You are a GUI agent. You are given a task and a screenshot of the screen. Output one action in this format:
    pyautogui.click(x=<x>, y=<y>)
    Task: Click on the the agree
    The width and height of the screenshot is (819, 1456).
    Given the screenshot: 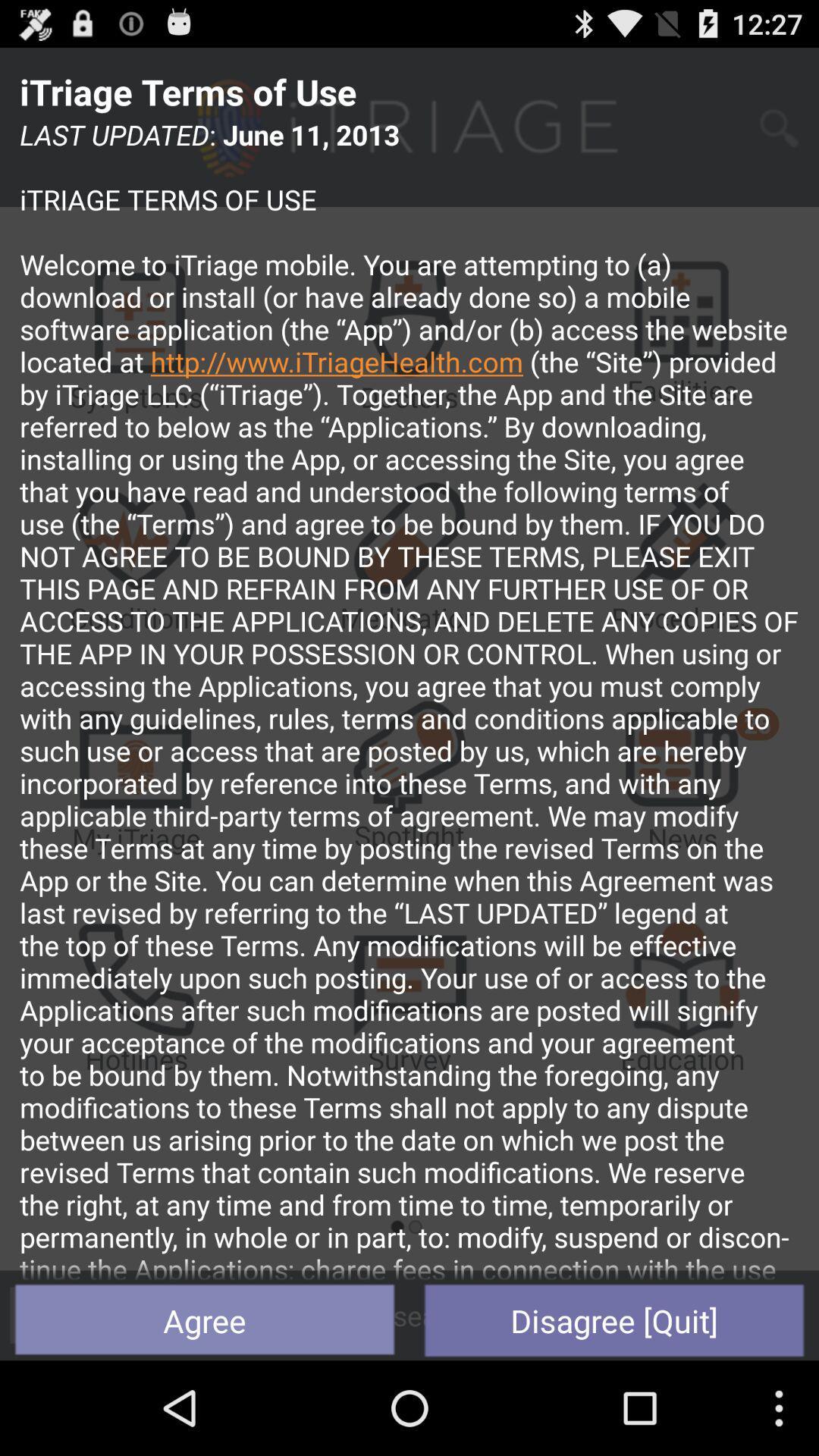 What is the action you would take?
    pyautogui.click(x=205, y=1319)
    